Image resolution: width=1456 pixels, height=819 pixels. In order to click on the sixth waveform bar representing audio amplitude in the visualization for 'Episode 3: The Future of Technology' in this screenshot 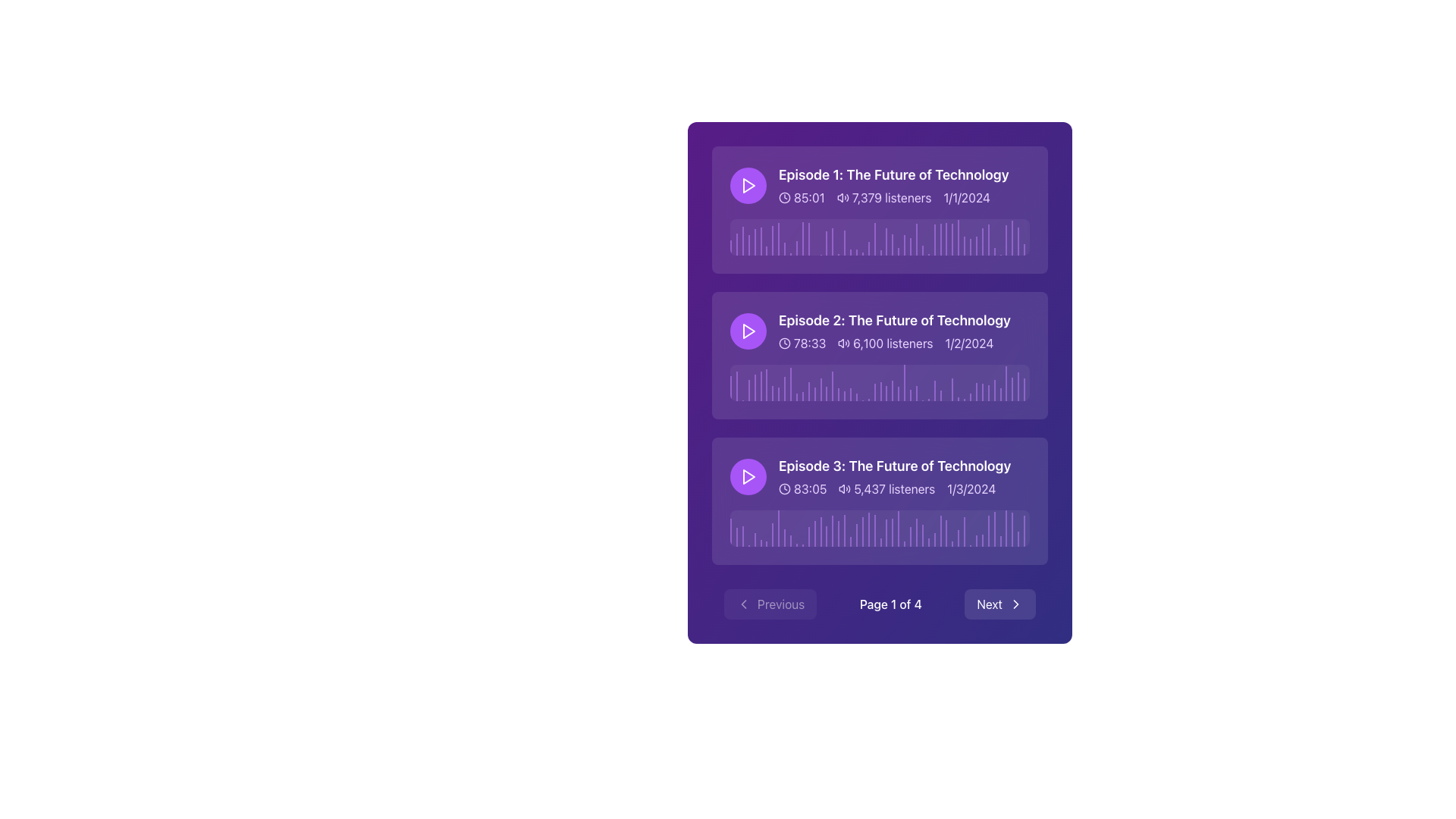, I will do `click(761, 542)`.